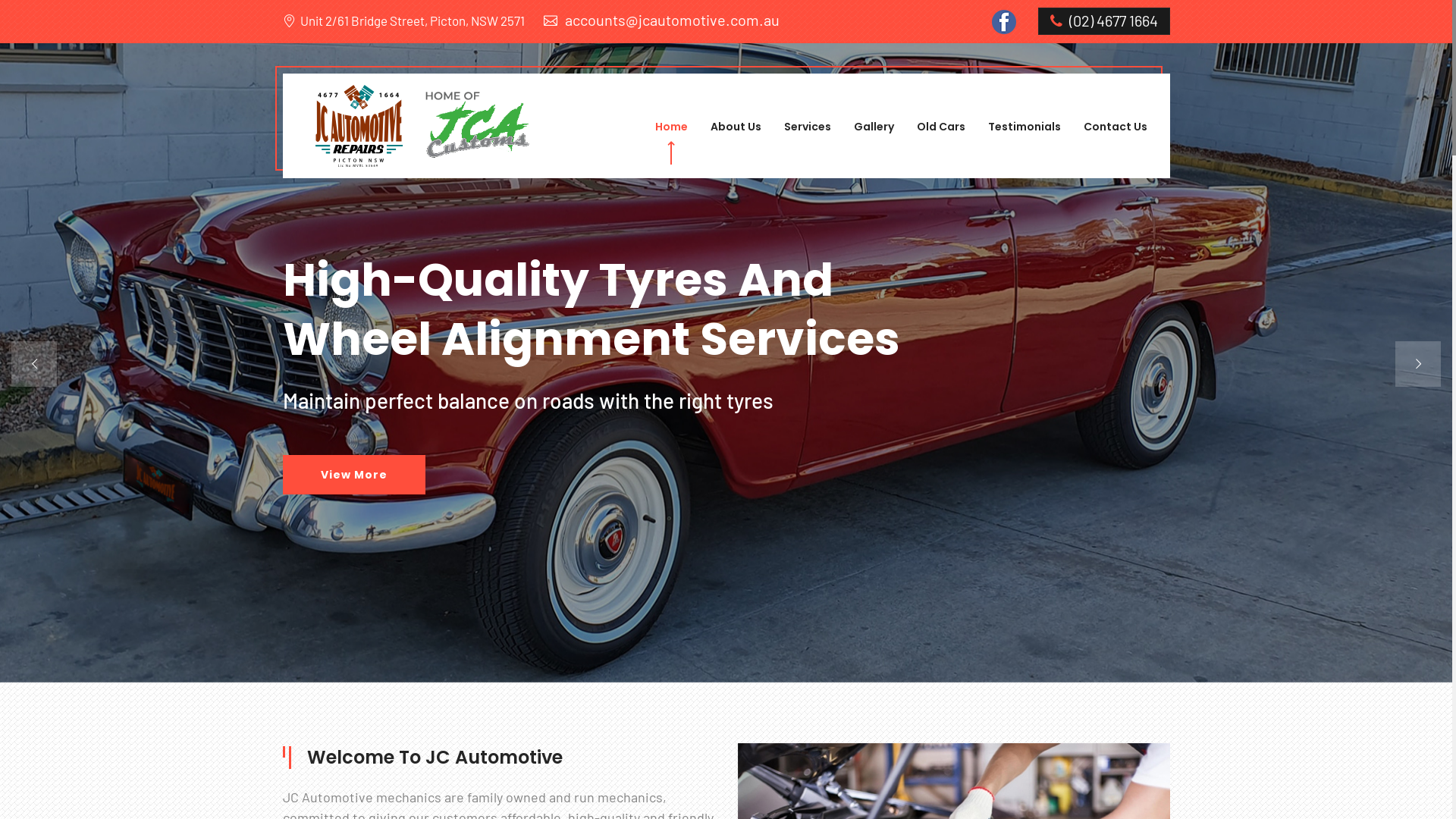  Describe the element at coordinates (670, 125) in the screenshot. I see `'Home'` at that location.